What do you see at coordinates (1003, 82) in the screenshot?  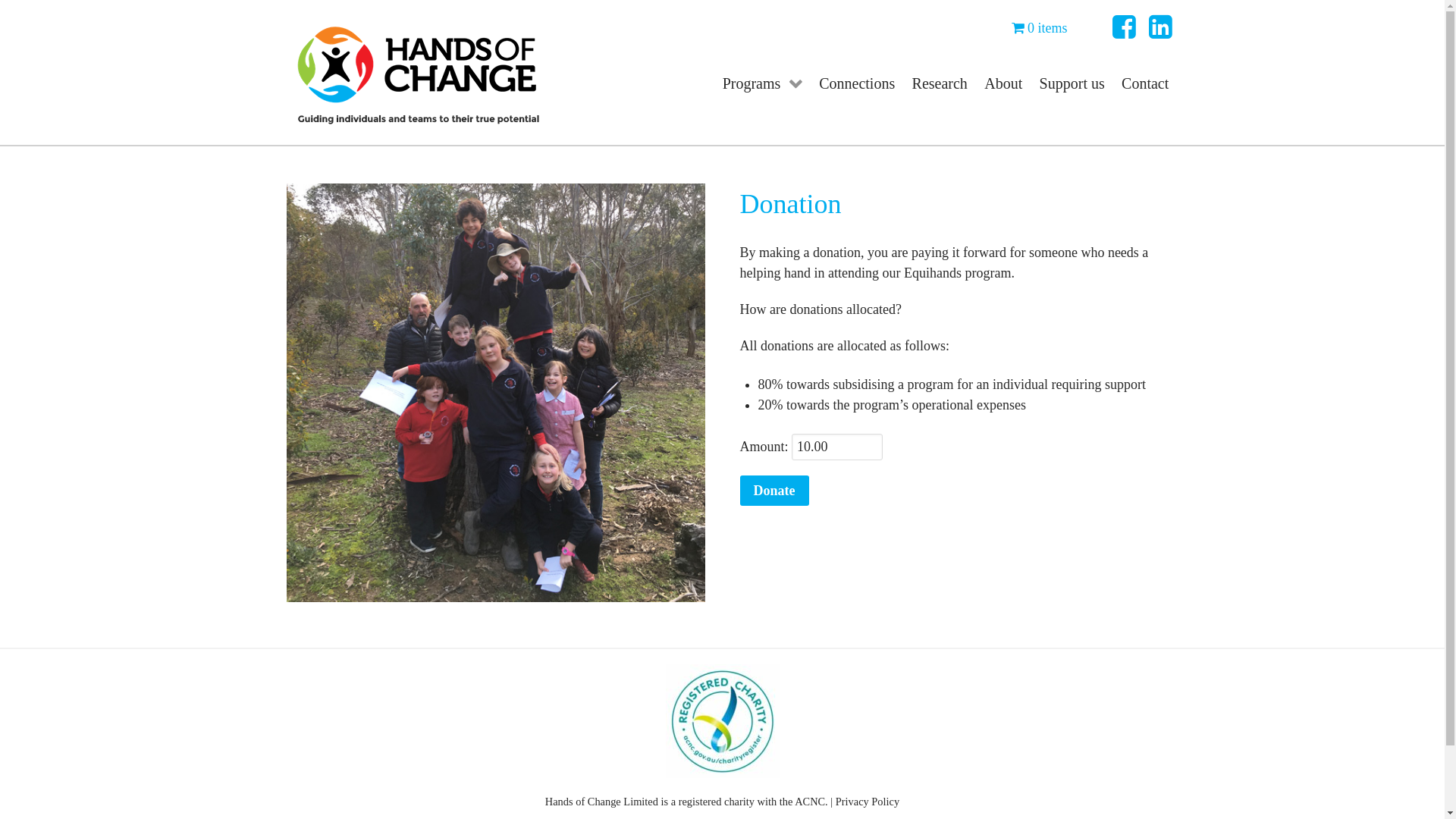 I see `'About'` at bounding box center [1003, 82].